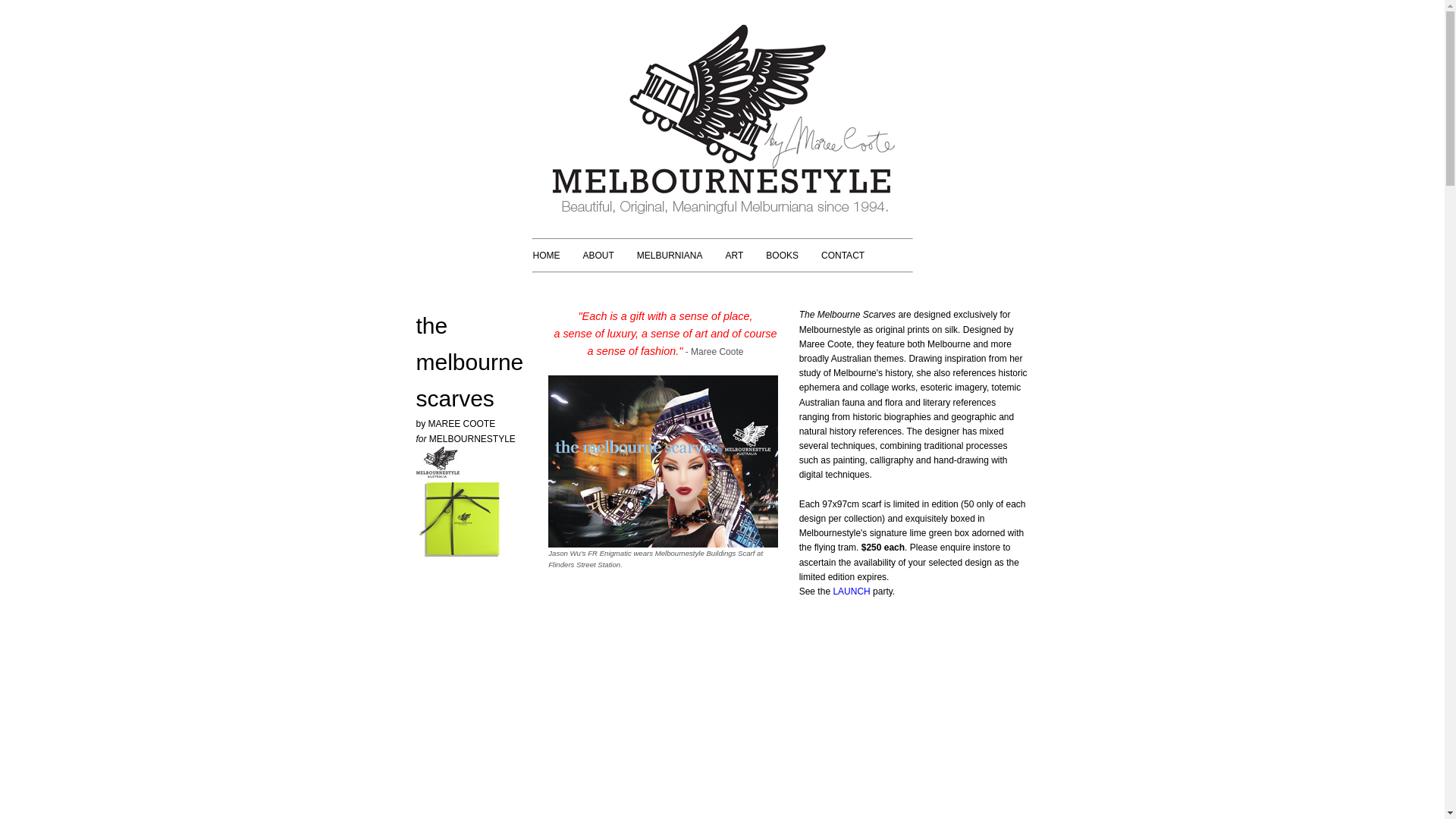  Describe the element at coordinates (546, 254) in the screenshot. I see `'HOME'` at that location.